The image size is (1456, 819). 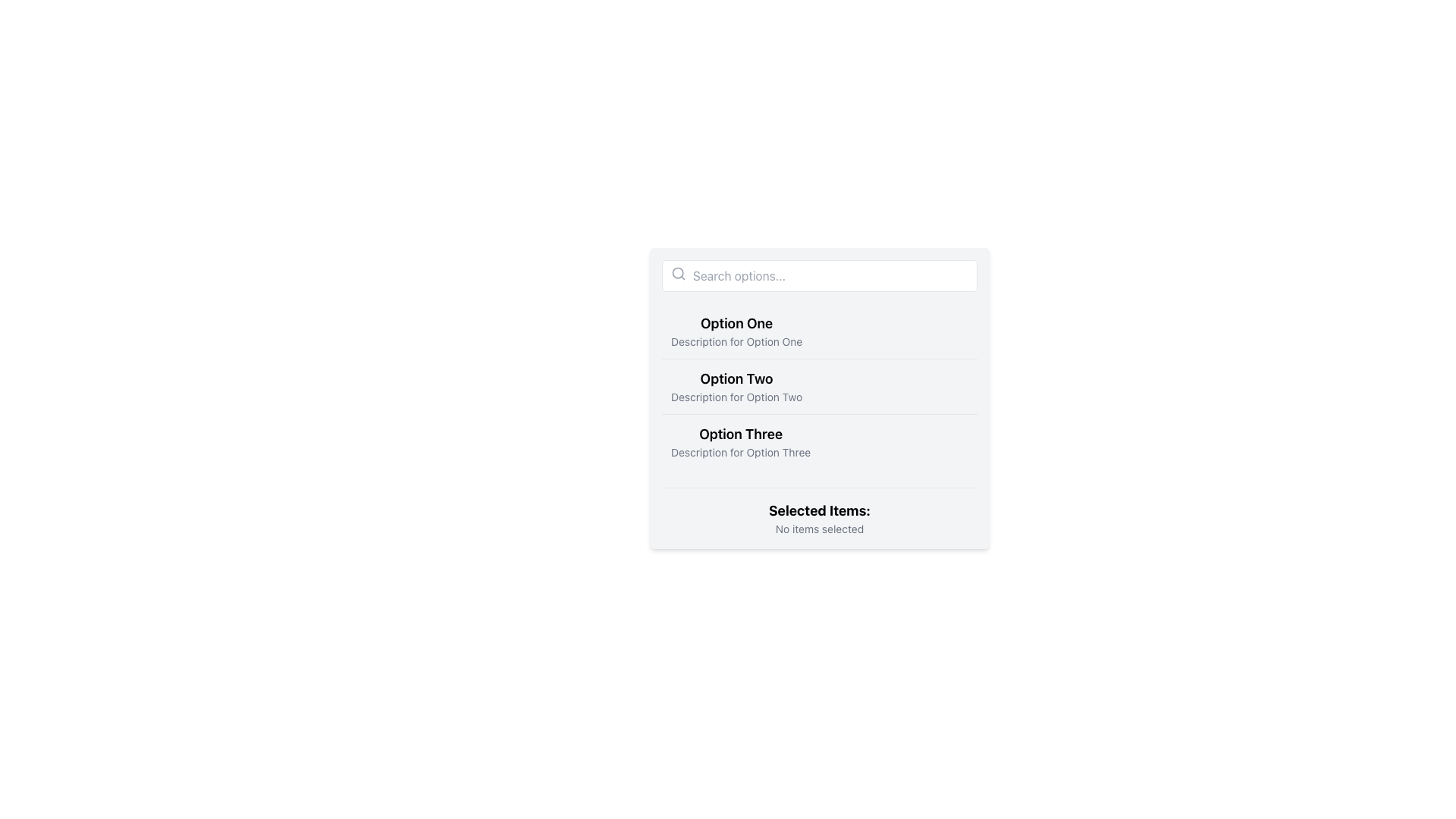 I want to click on the Interactive List Item titled 'Option One' with the description 'Description for Option One'. This item is the first in a vertical list and is directly below the search bar, so click(x=818, y=330).